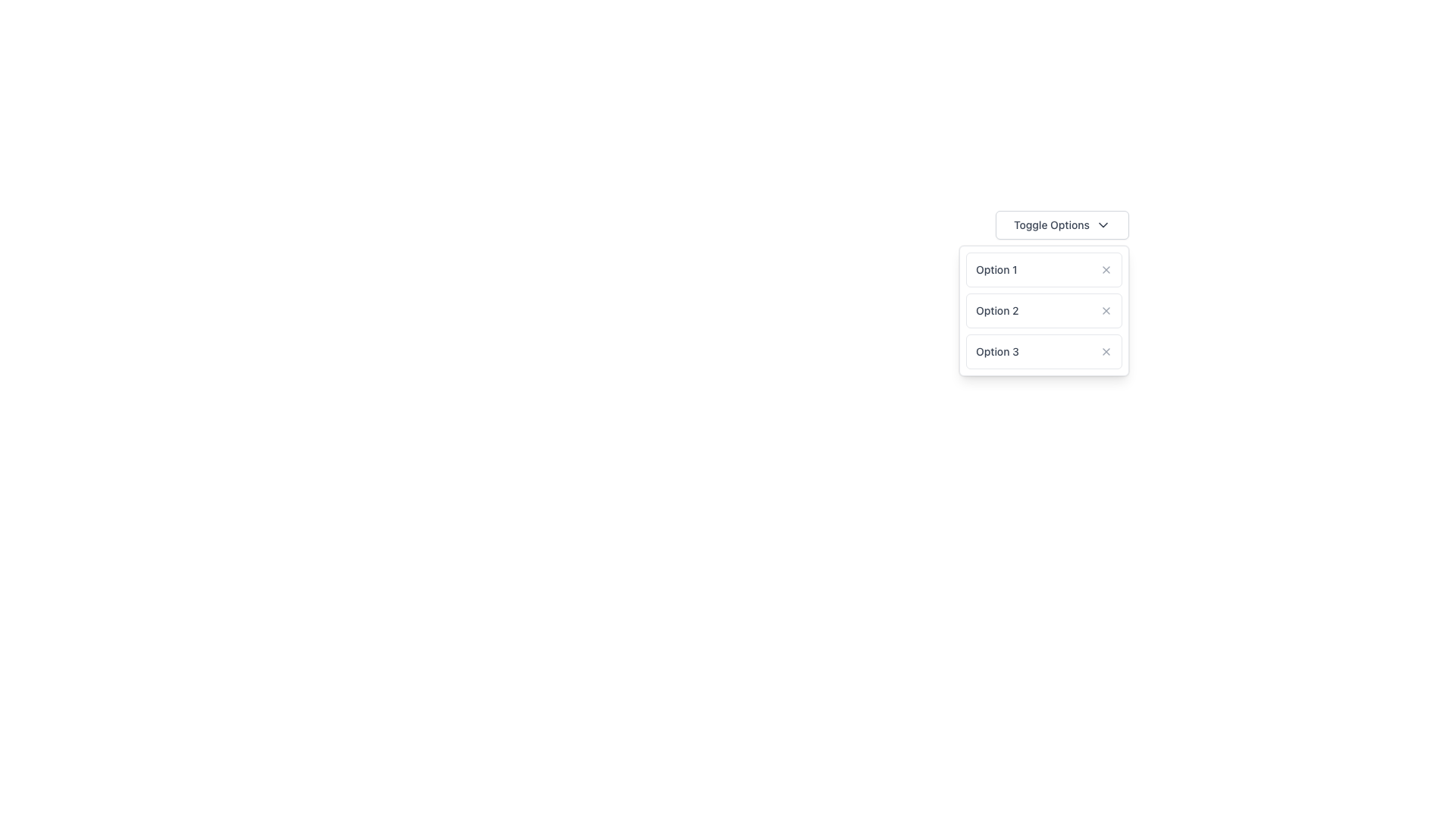 This screenshot has width=1456, height=819. I want to click on the text label displaying 'Option 3', which is the third option in a vertically stacked list of options, so click(997, 351).